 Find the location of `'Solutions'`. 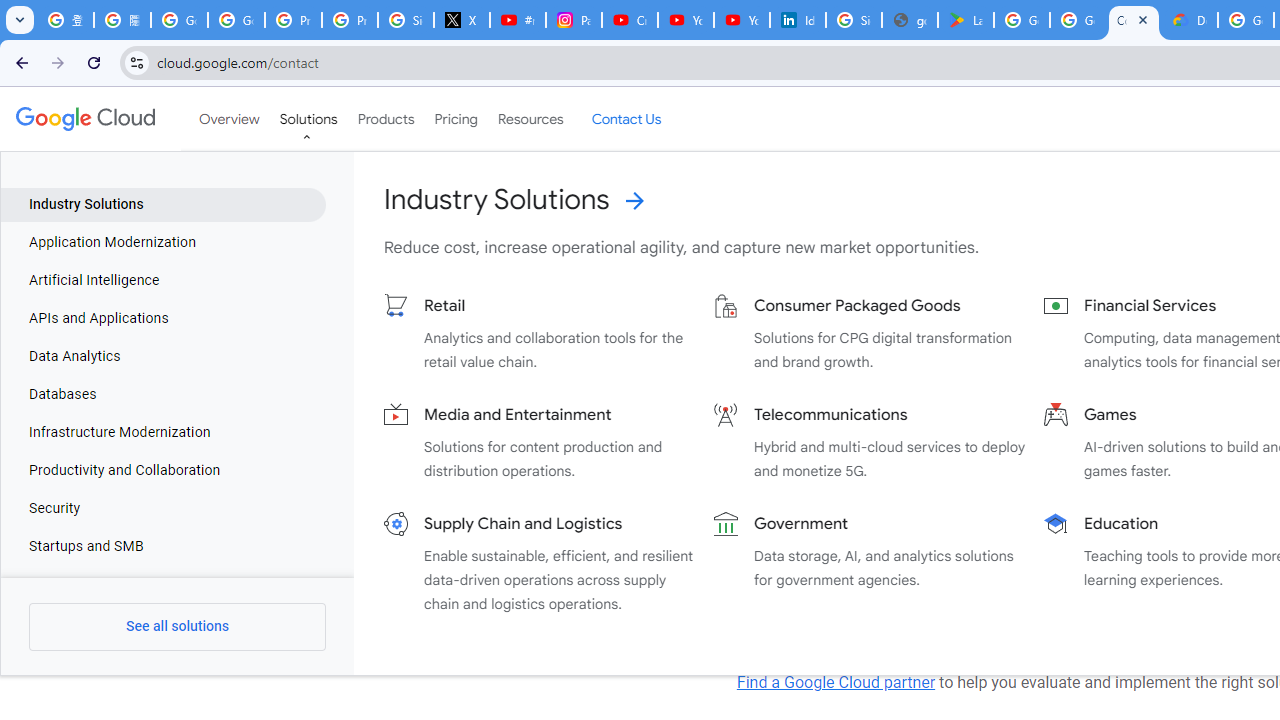

'Solutions' is located at coordinates (307, 119).